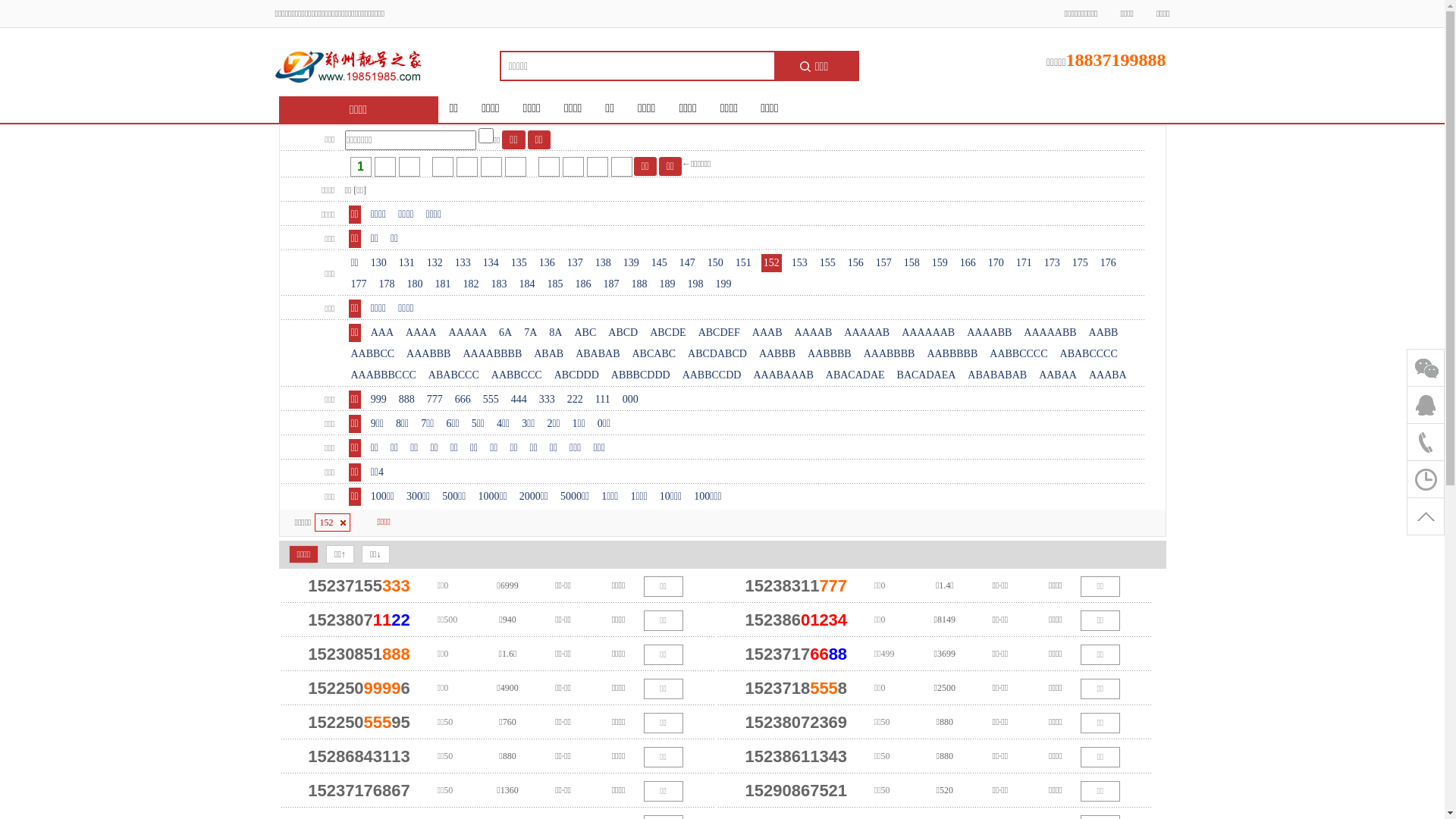  What do you see at coordinates (554, 284) in the screenshot?
I see `'185'` at bounding box center [554, 284].